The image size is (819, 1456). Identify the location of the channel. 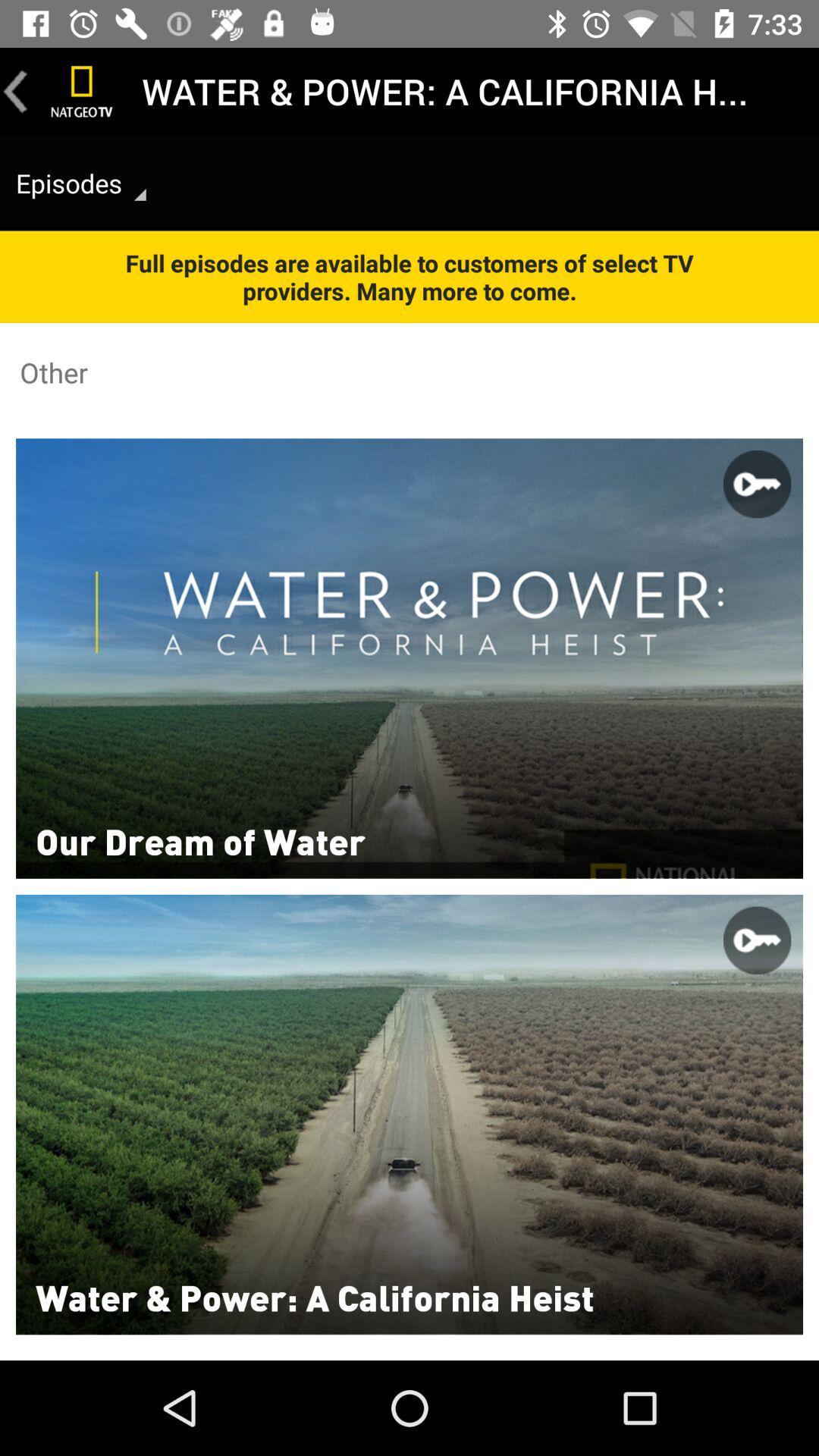
(82, 90).